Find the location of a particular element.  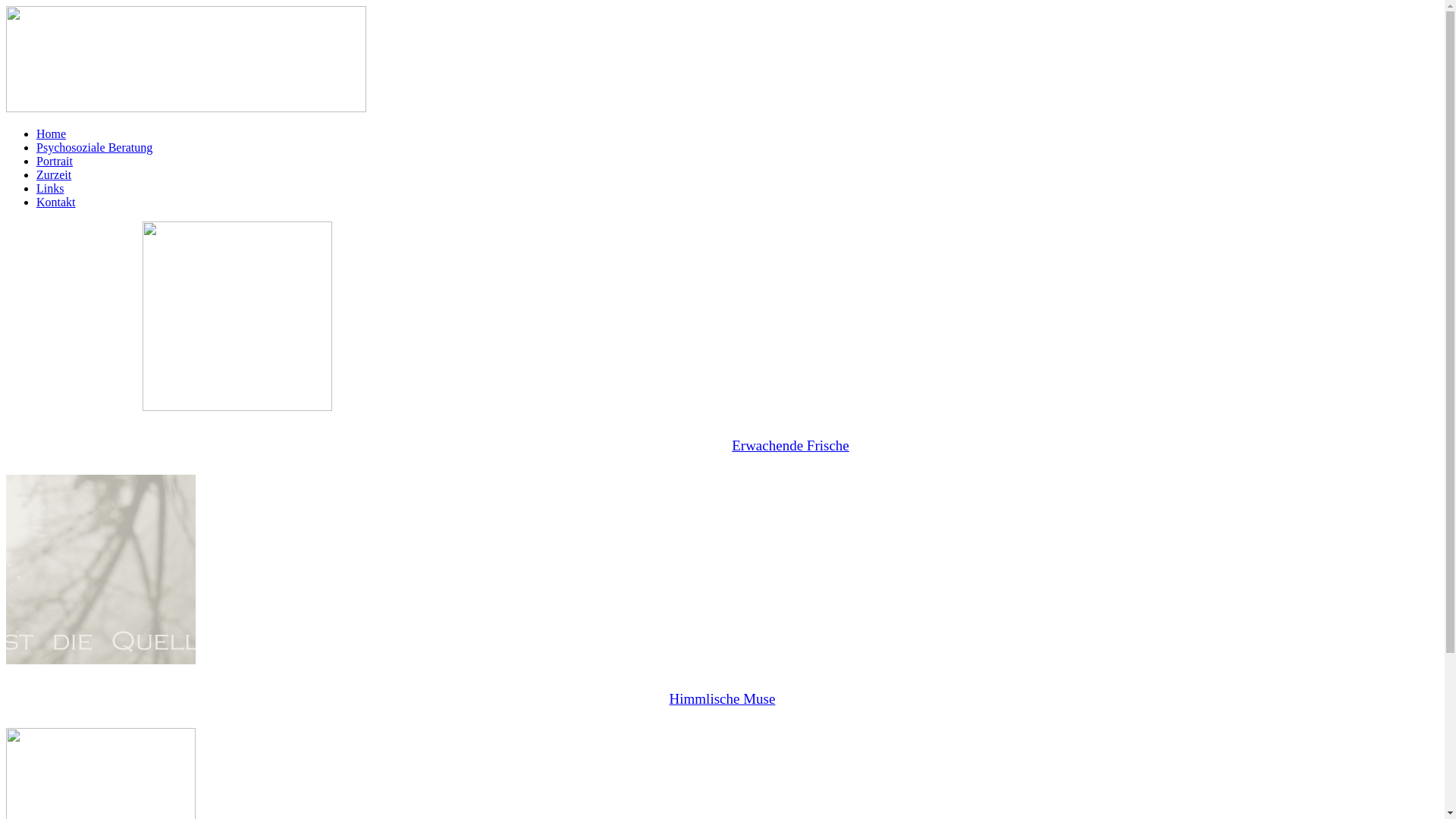

'Erwachende Frische' is located at coordinates (789, 444).